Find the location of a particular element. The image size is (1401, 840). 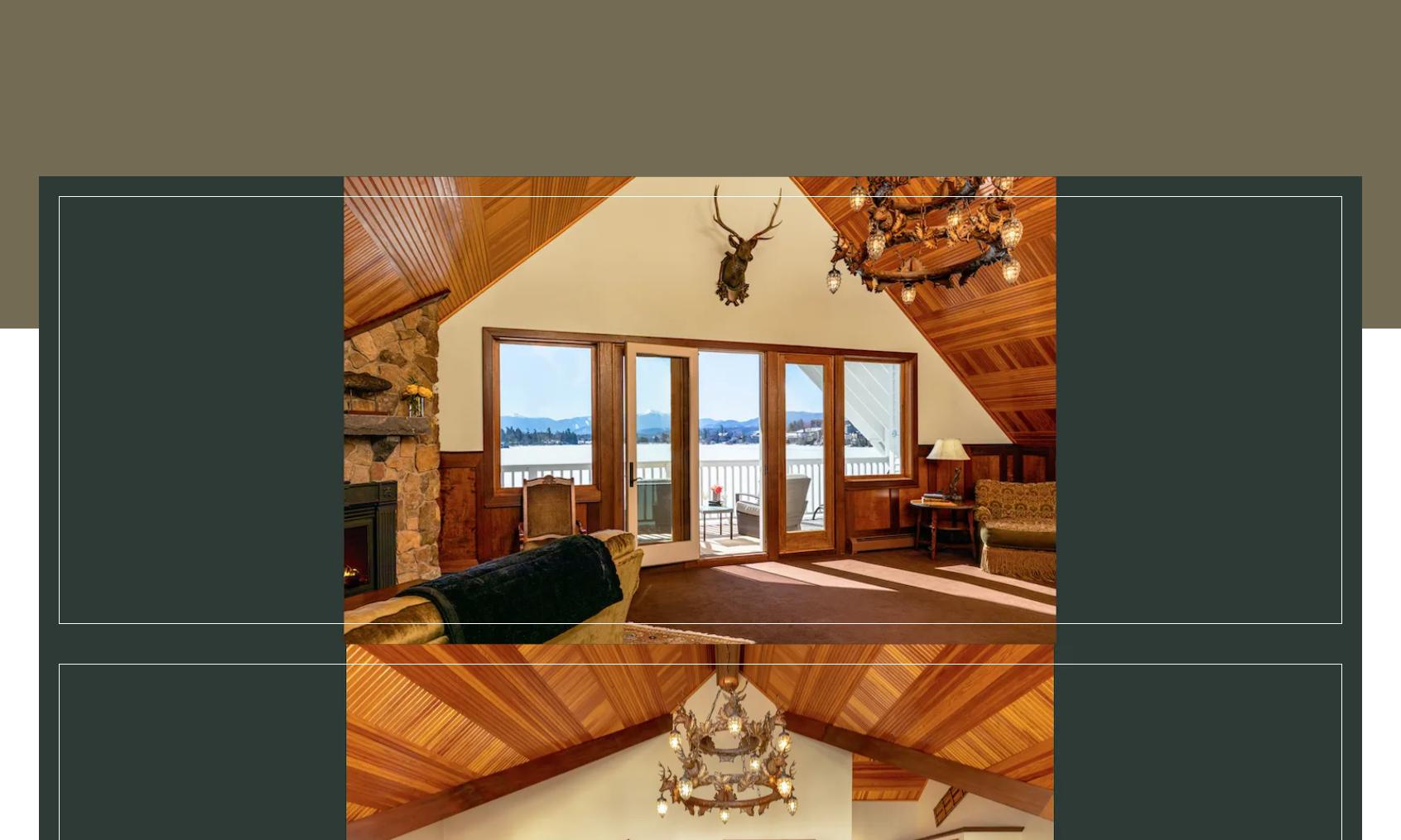

'View Placid Suite' is located at coordinates (934, 819).